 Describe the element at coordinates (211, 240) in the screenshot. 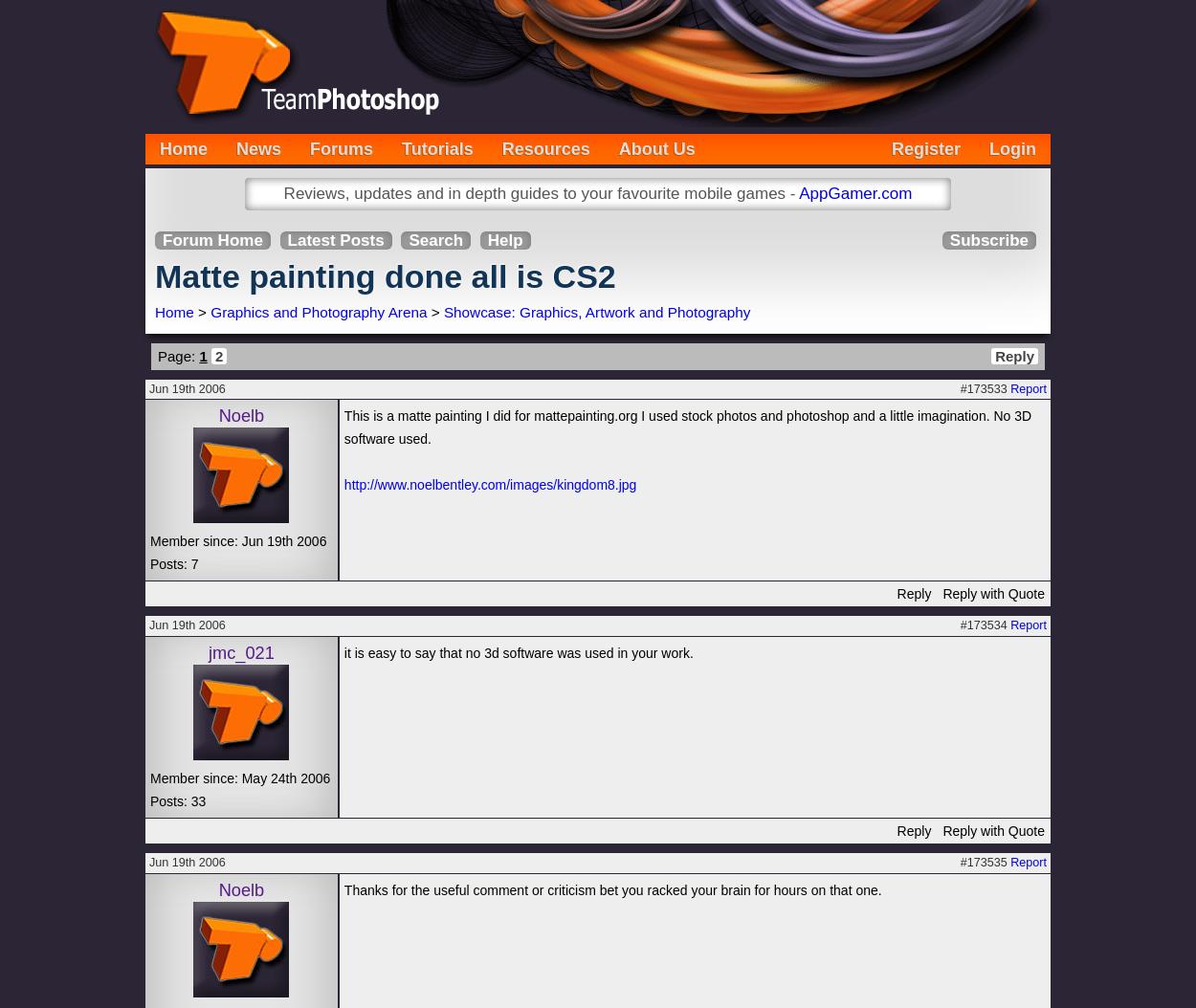

I see `'Forum Home'` at that location.